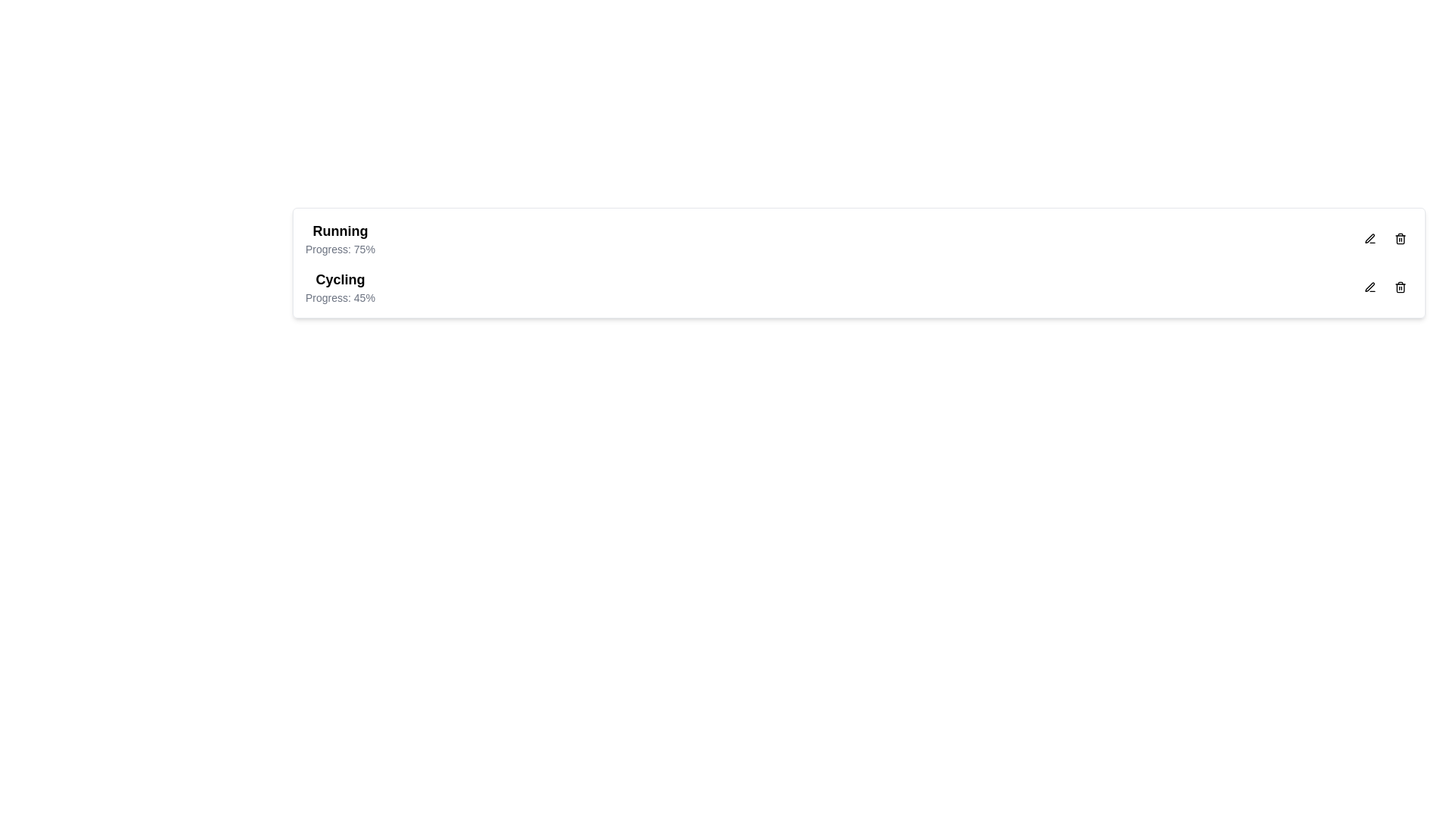  I want to click on text from the first element in the vertically arranged list that displays the status 'Running' and its associated progress percentage, which is aligned to the left and positioned above the 'Cycling' element, so click(339, 239).